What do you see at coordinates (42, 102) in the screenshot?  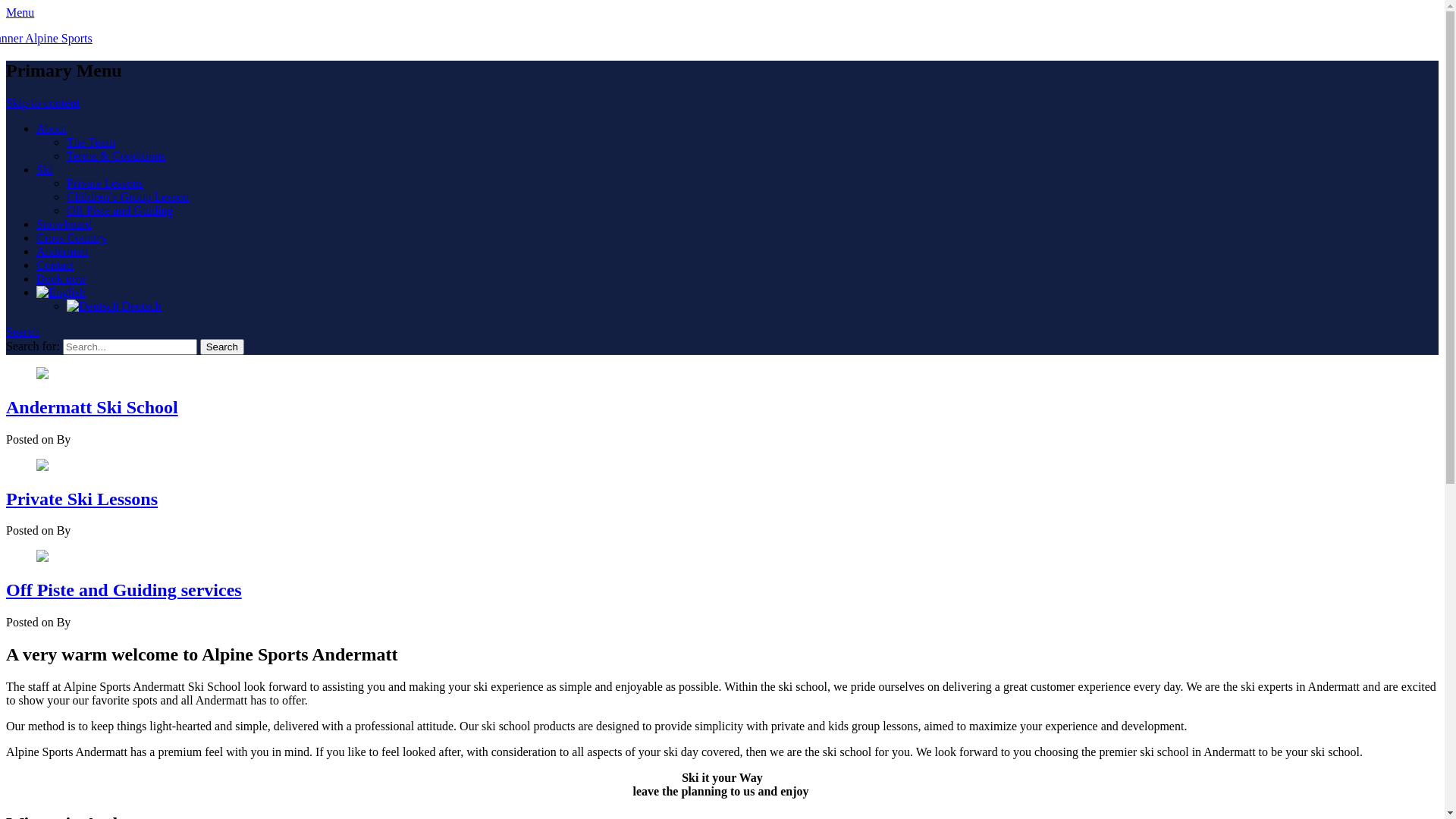 I see `'Skip to content'` at bounding box center [42, 102].